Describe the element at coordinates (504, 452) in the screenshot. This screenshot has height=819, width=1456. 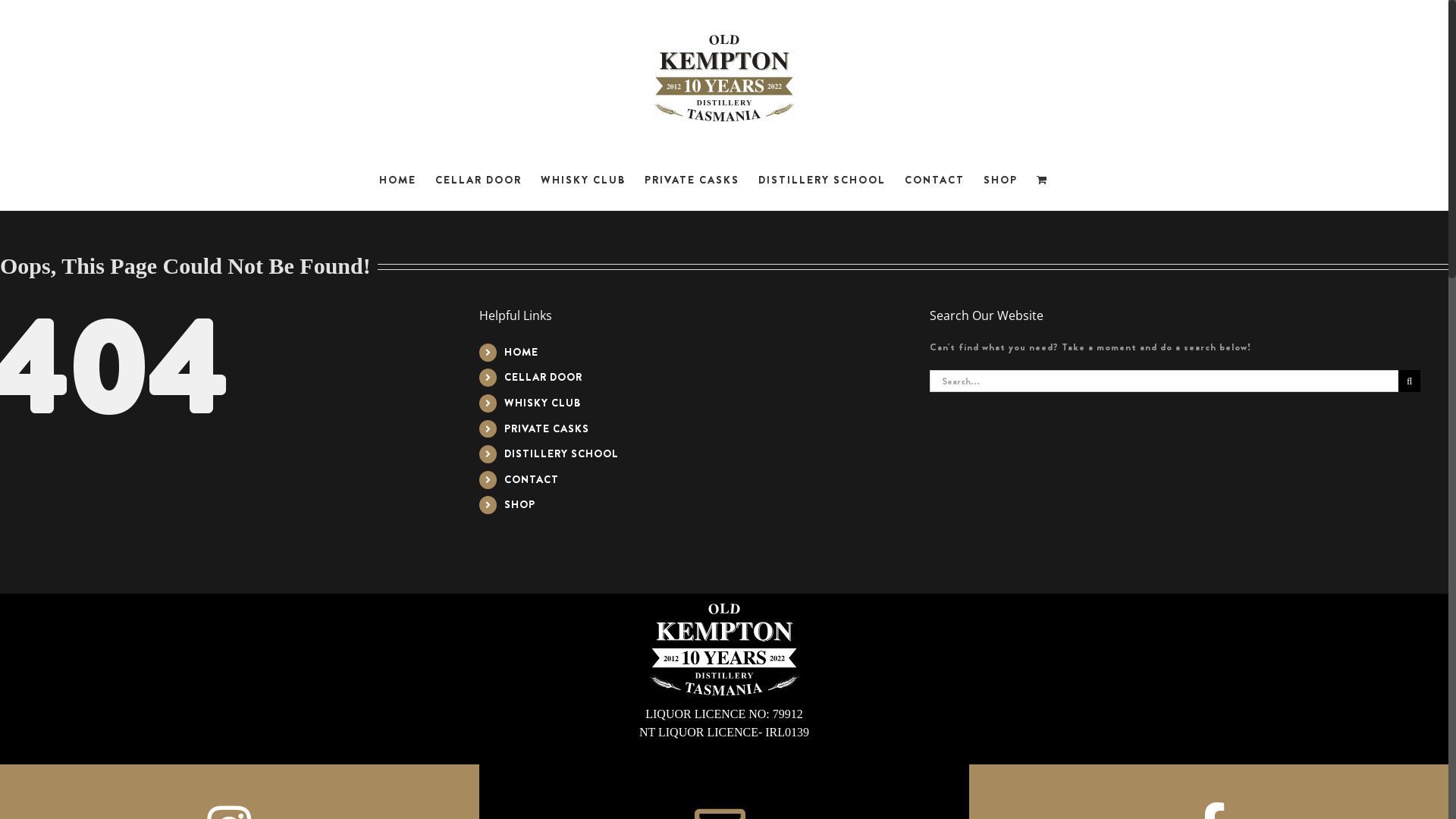
I see `'DISTILLERY SCHOOL'` at that location.